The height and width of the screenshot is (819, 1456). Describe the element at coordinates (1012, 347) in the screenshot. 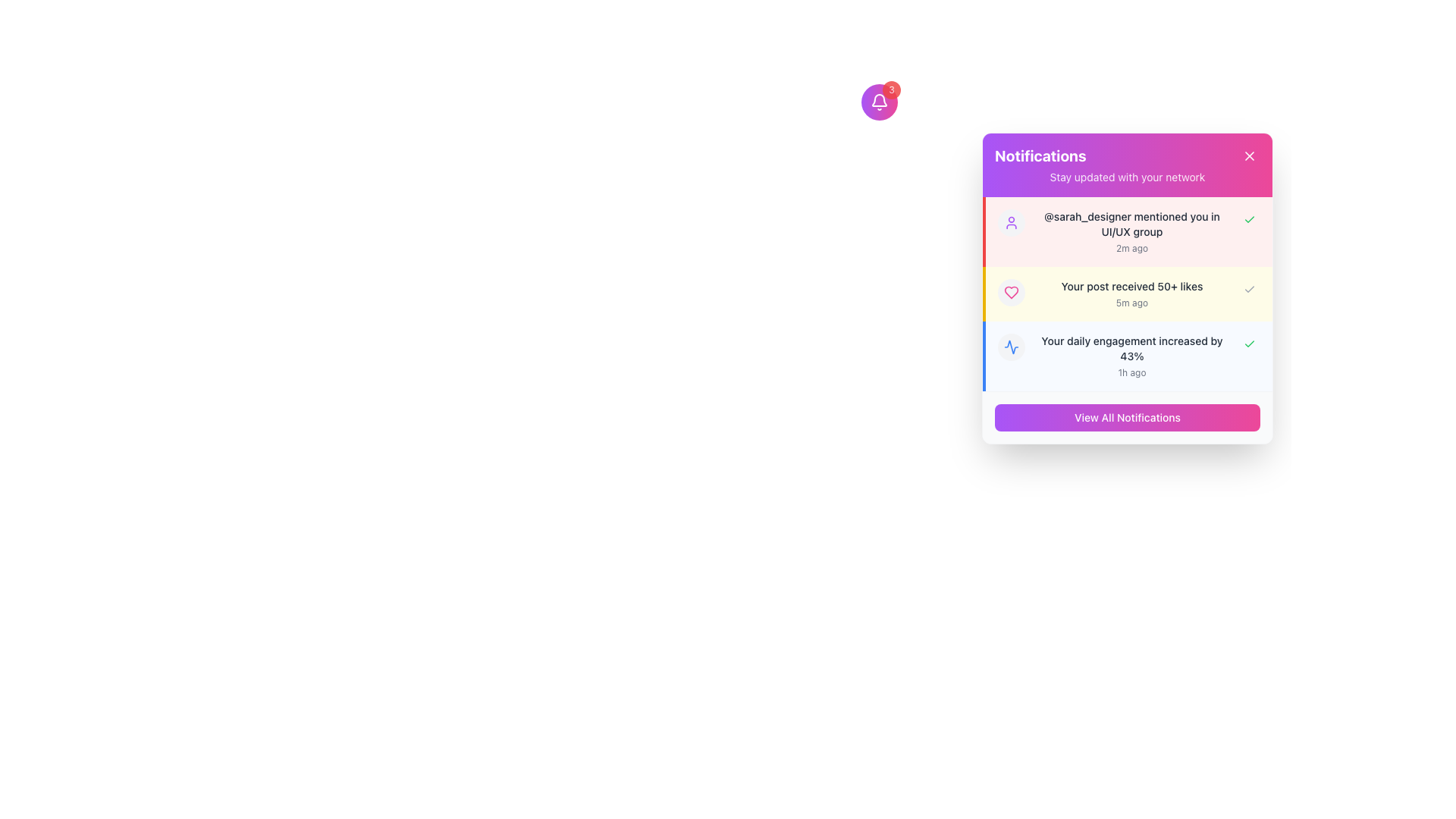

I see `the notification icon located at the top-left corner of the notification message stating 'Your daily engagement increased by 43%' for interaction` at that location.